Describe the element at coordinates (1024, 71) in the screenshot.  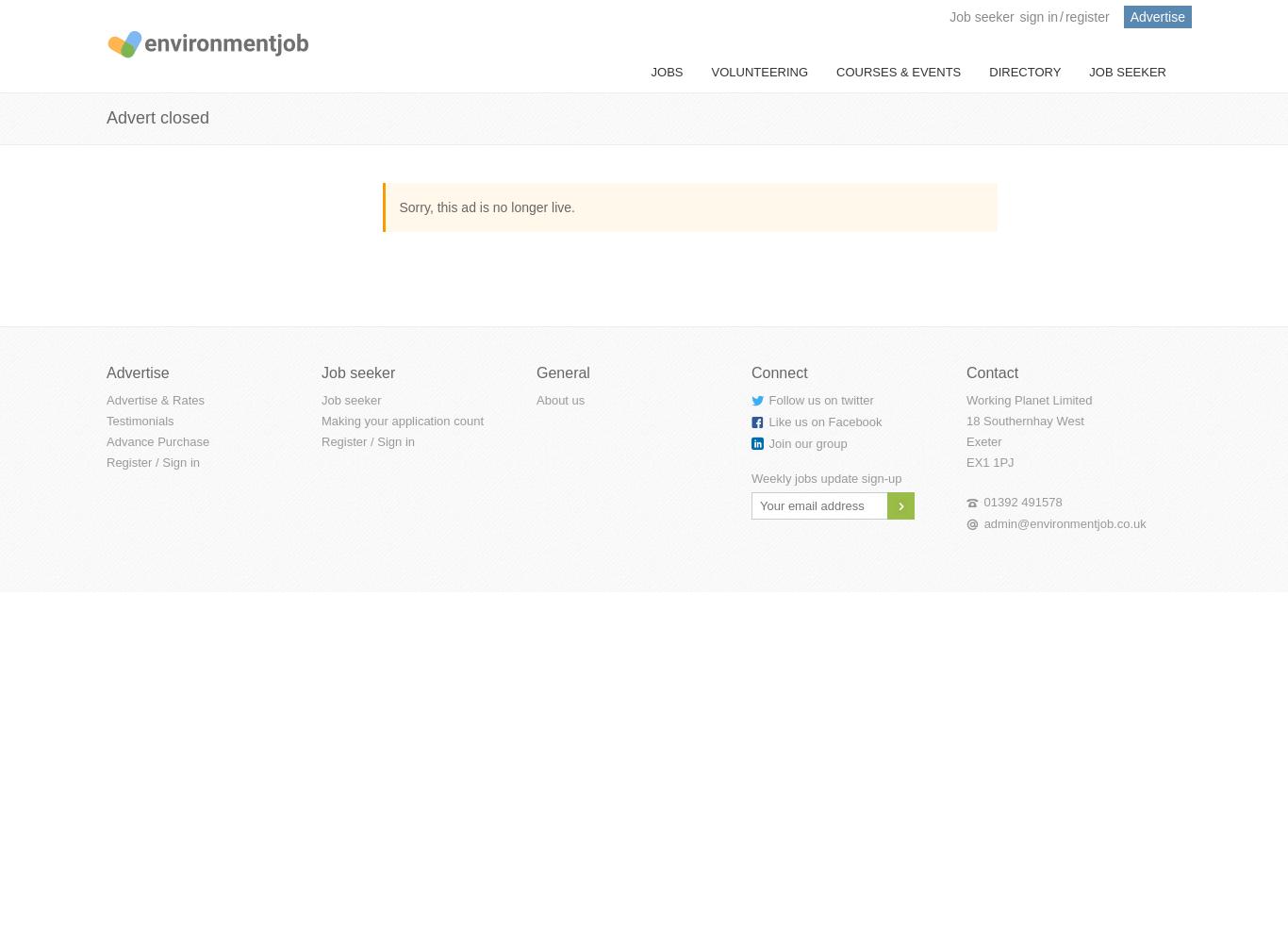
I see `'Directory'` at that location.